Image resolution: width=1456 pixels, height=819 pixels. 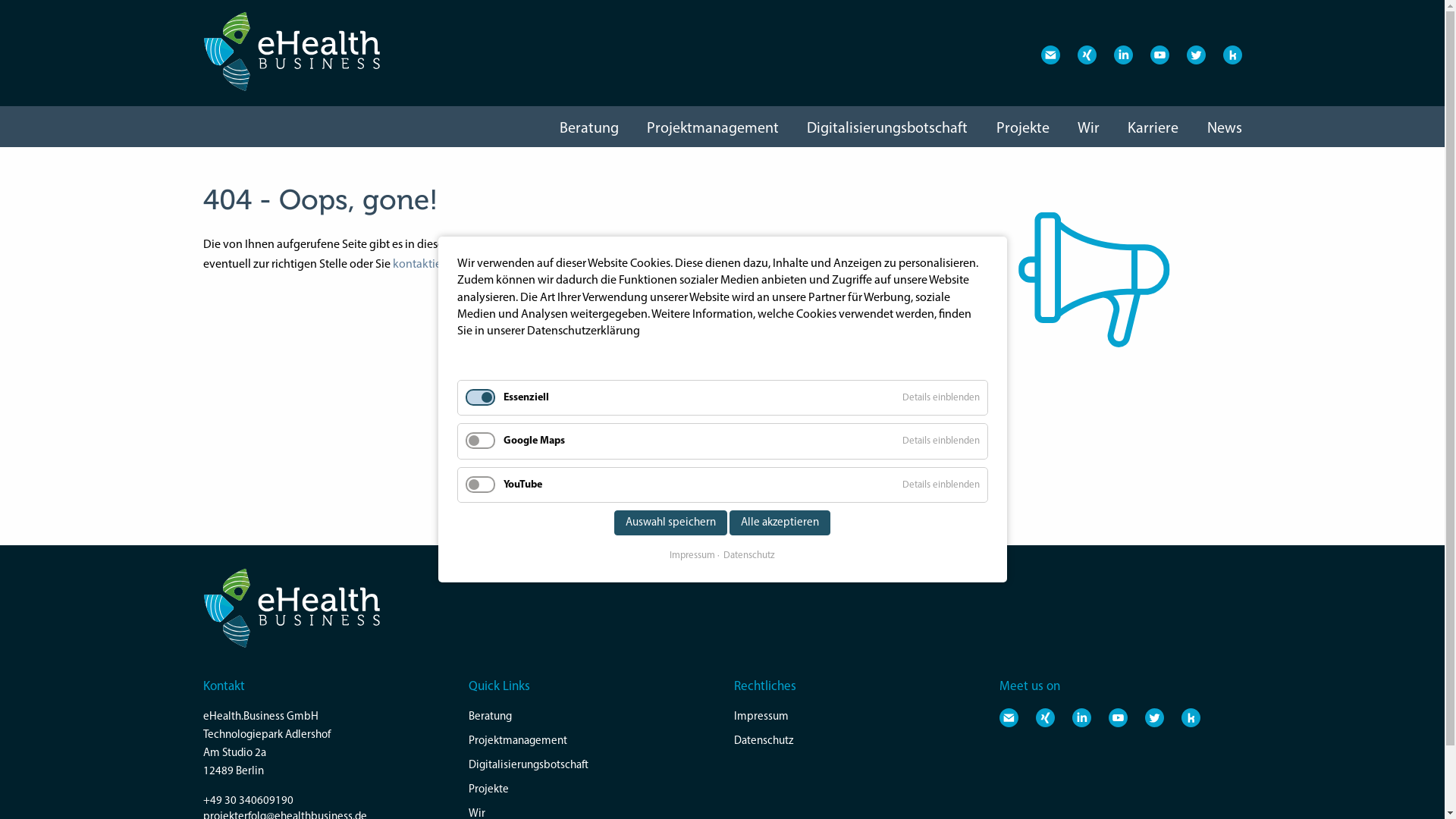 What do you see at coordinates (734, 717) in the screenshot?
I see `'Impressum'` at bounding box center [734, 717].